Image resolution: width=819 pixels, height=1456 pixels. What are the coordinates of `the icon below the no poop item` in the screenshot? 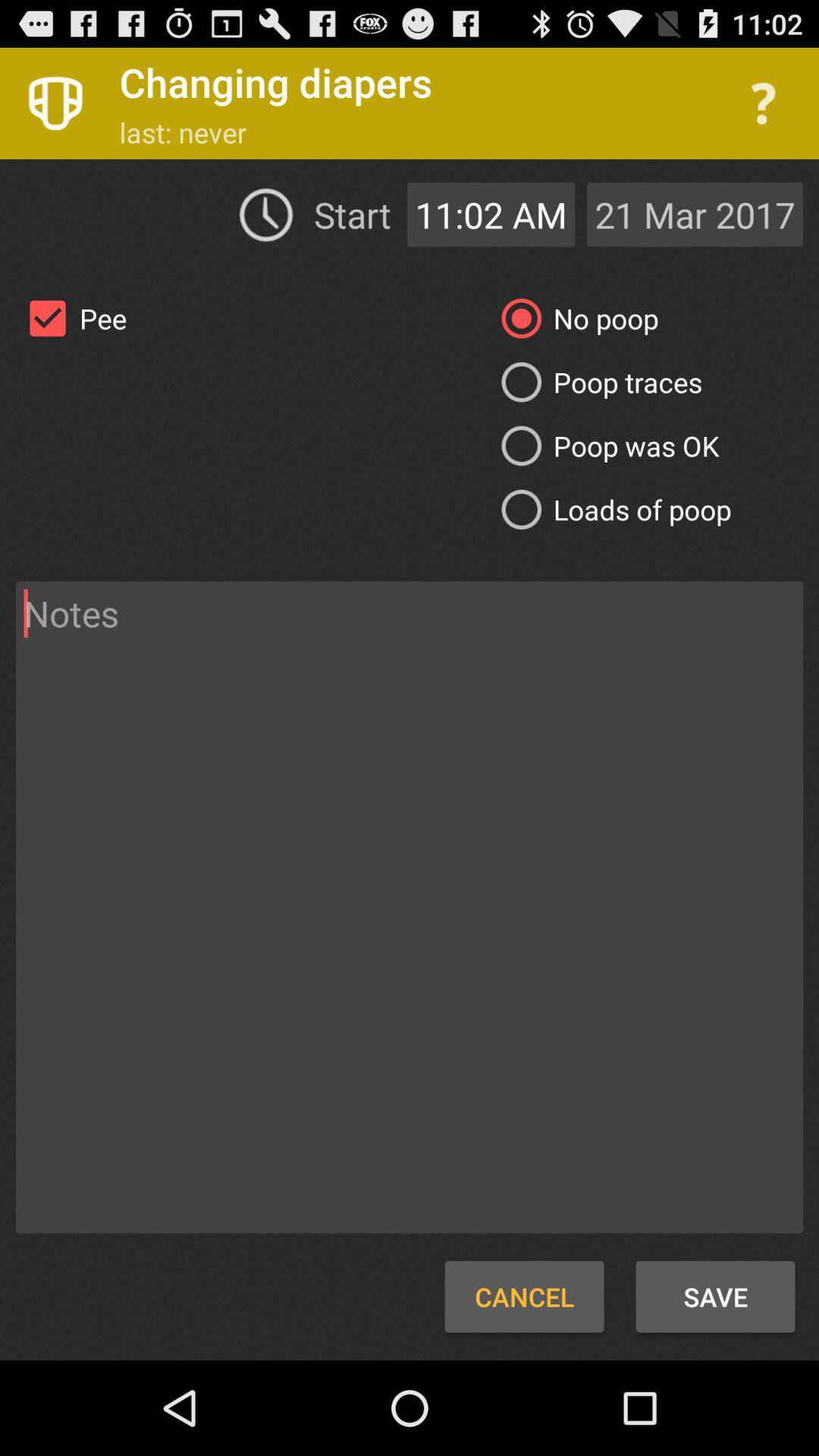 It's located at (595, 382).